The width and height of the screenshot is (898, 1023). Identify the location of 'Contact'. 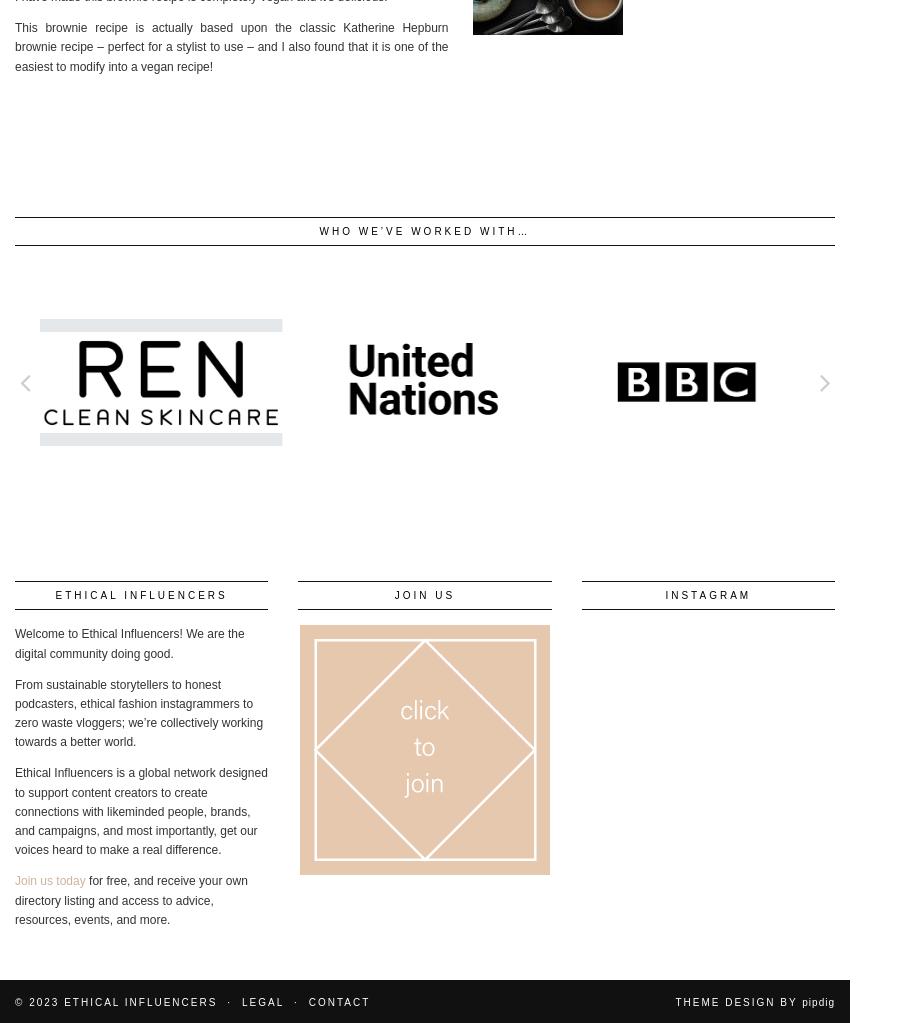
(338, 1000).